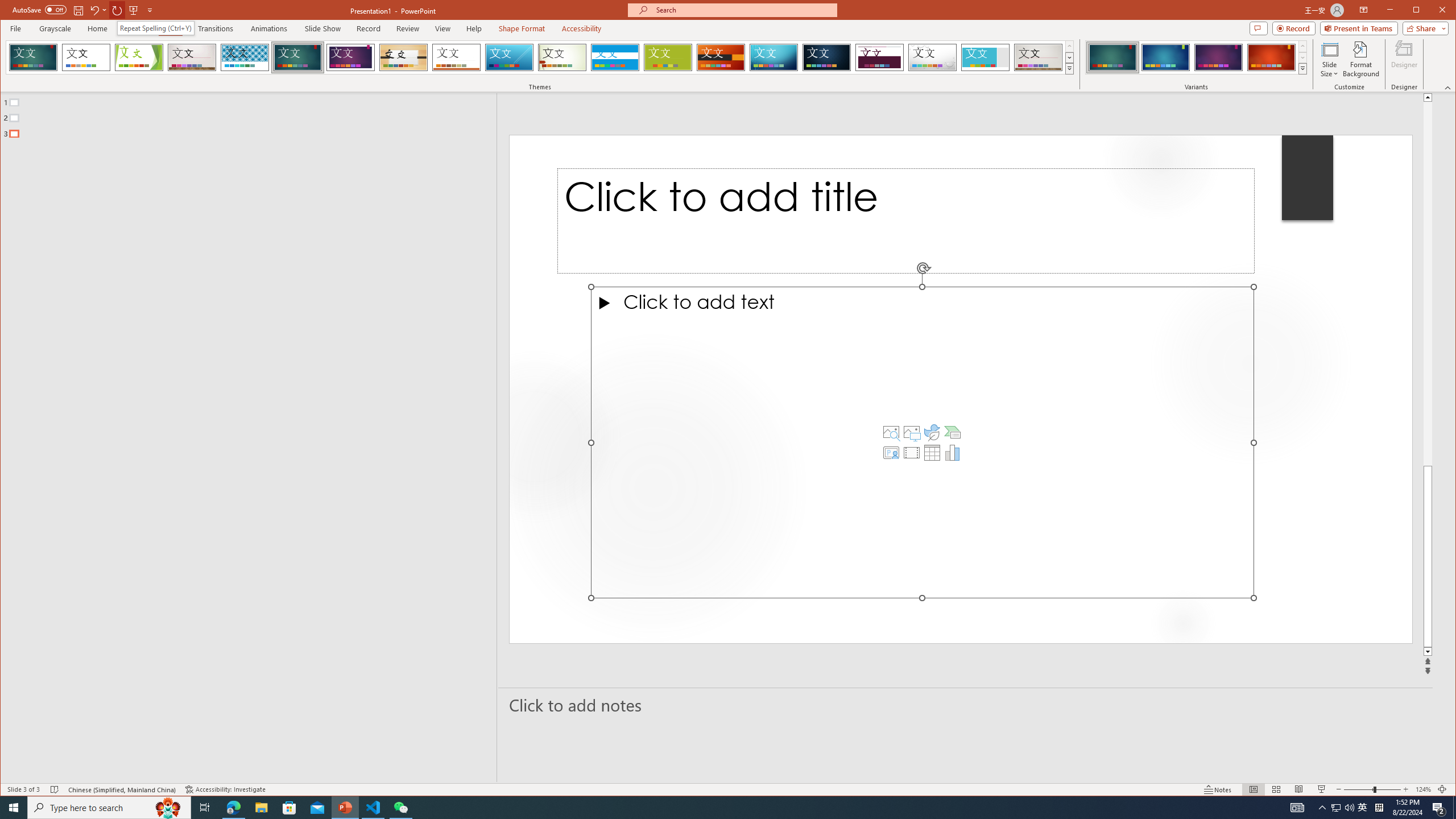  I want to click on 'Repeat Spelling (Ctrl+Y)', so click(155, 28).